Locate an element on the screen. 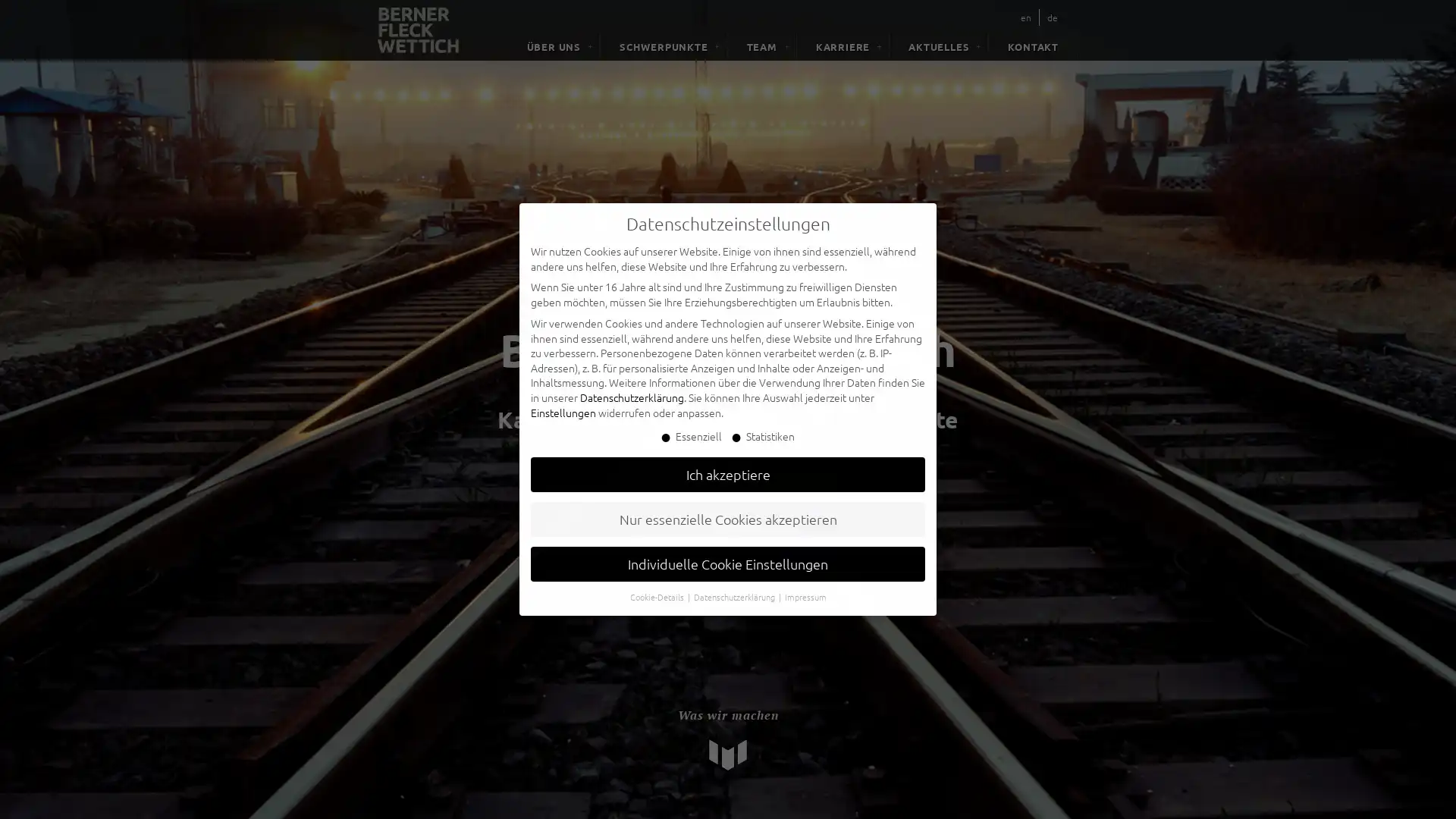 This screenshot has height=819, width=1456. Individuelle Cookie Einstellungen is located at coordinates (728, 564).